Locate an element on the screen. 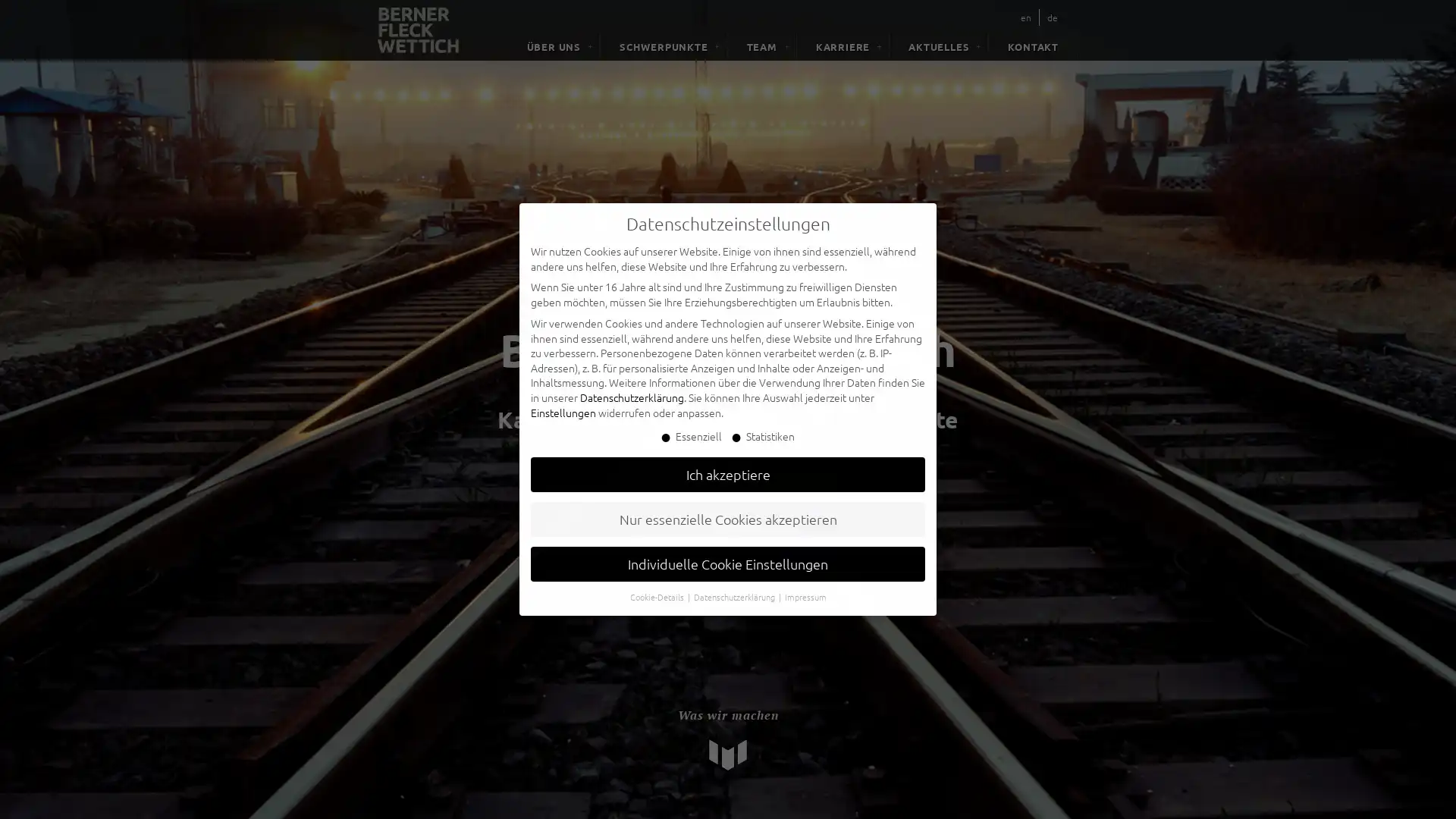 This screenshot has height=819, width=1456. Individuelle Cookie Einstellungen is located at coordinates (728, 564).